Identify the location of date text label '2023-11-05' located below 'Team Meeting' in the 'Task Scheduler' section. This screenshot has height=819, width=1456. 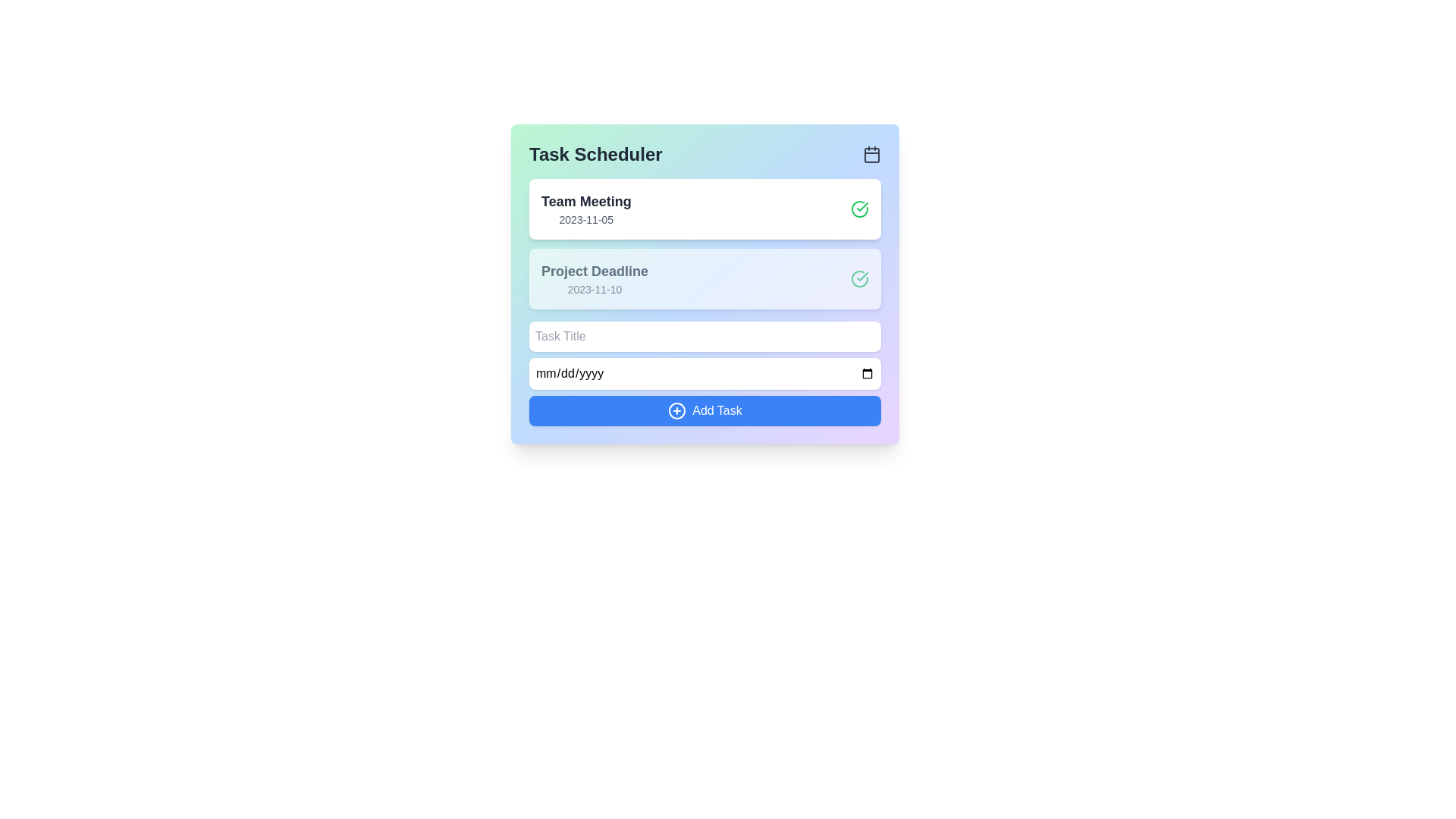
(585, 219).